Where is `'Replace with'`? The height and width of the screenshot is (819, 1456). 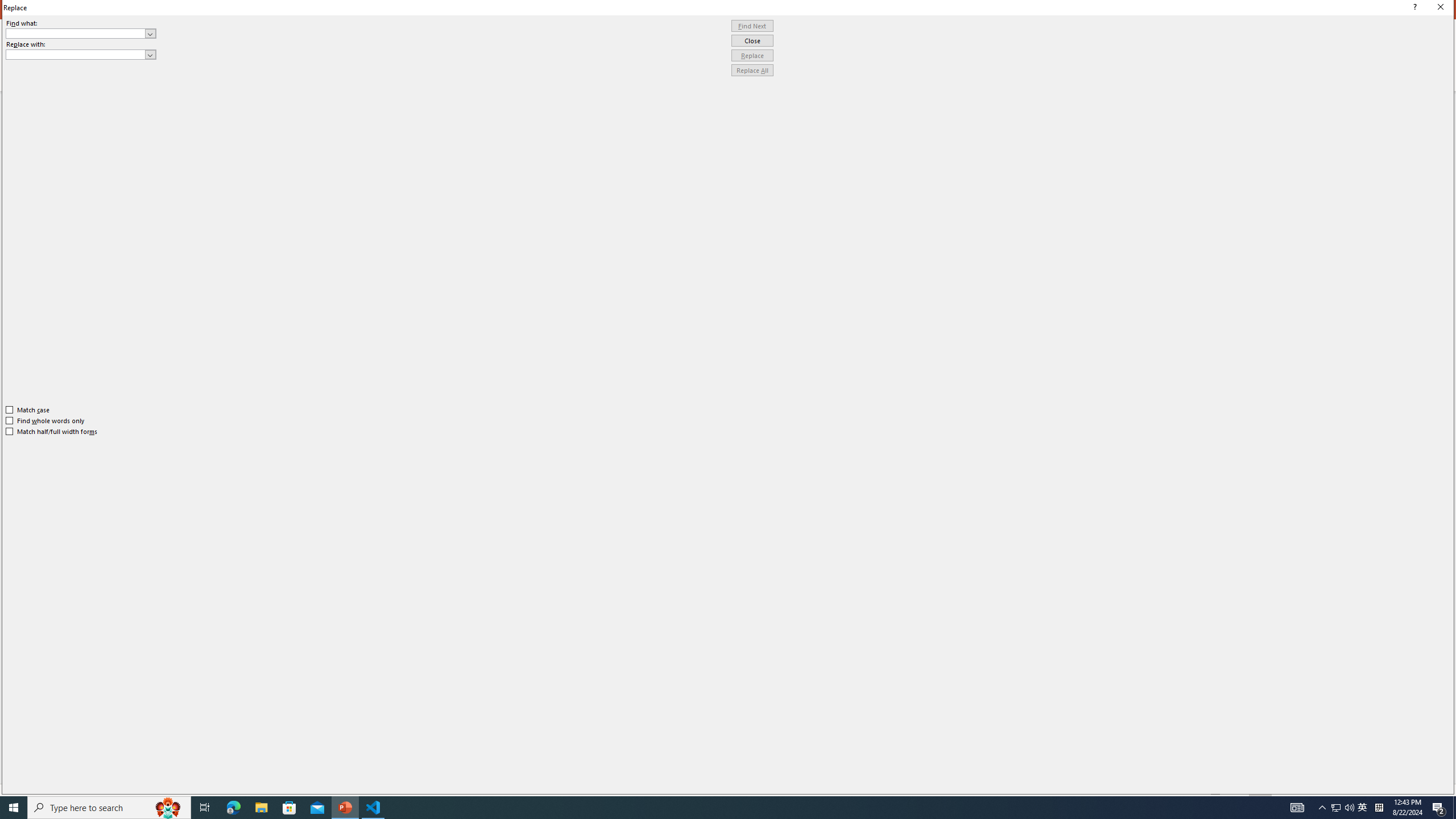
'Replace with' is located at coordinates (81, 54).